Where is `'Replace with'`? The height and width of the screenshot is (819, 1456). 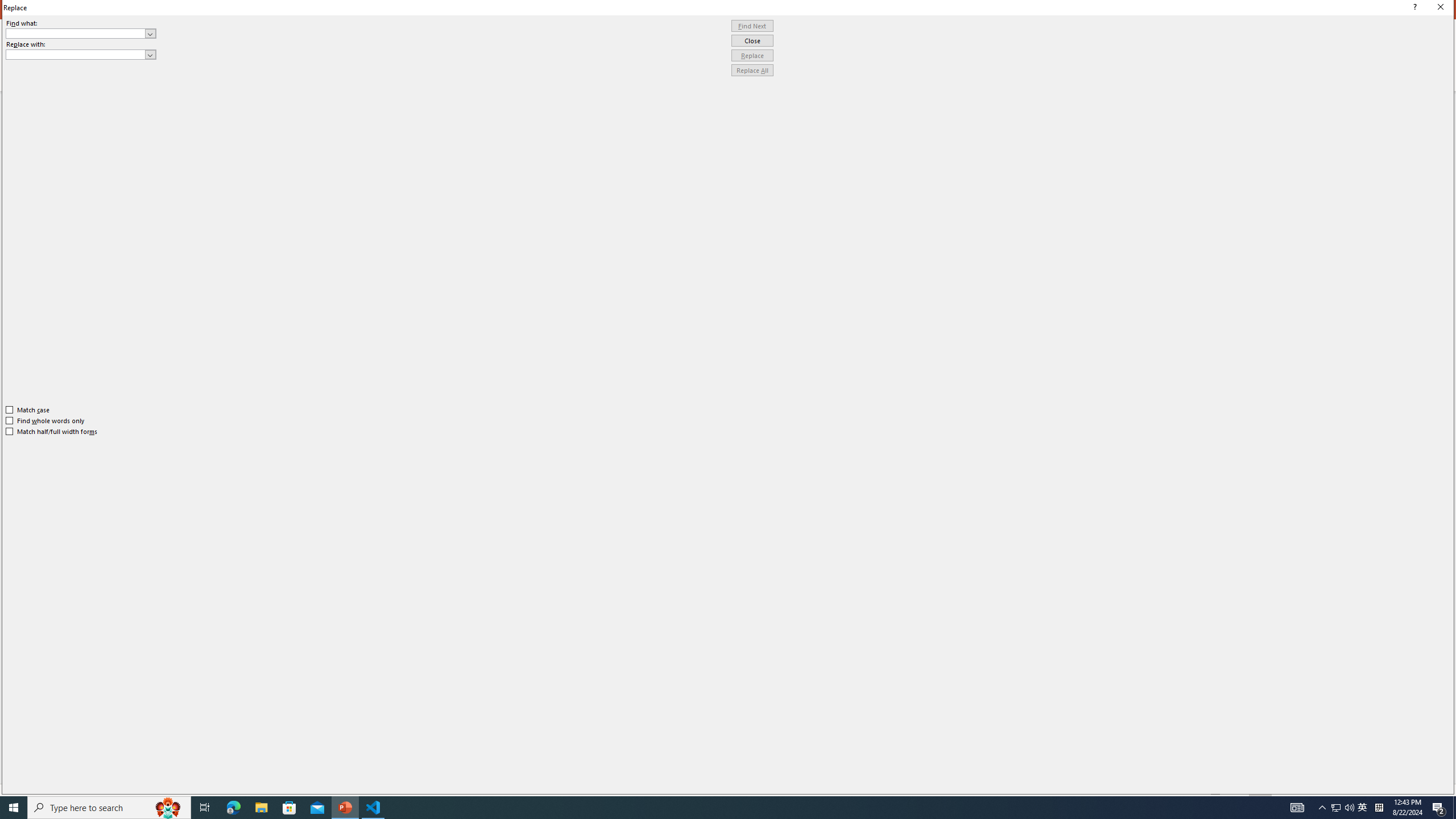
'Replace with' is located at coordinates (81, 54).